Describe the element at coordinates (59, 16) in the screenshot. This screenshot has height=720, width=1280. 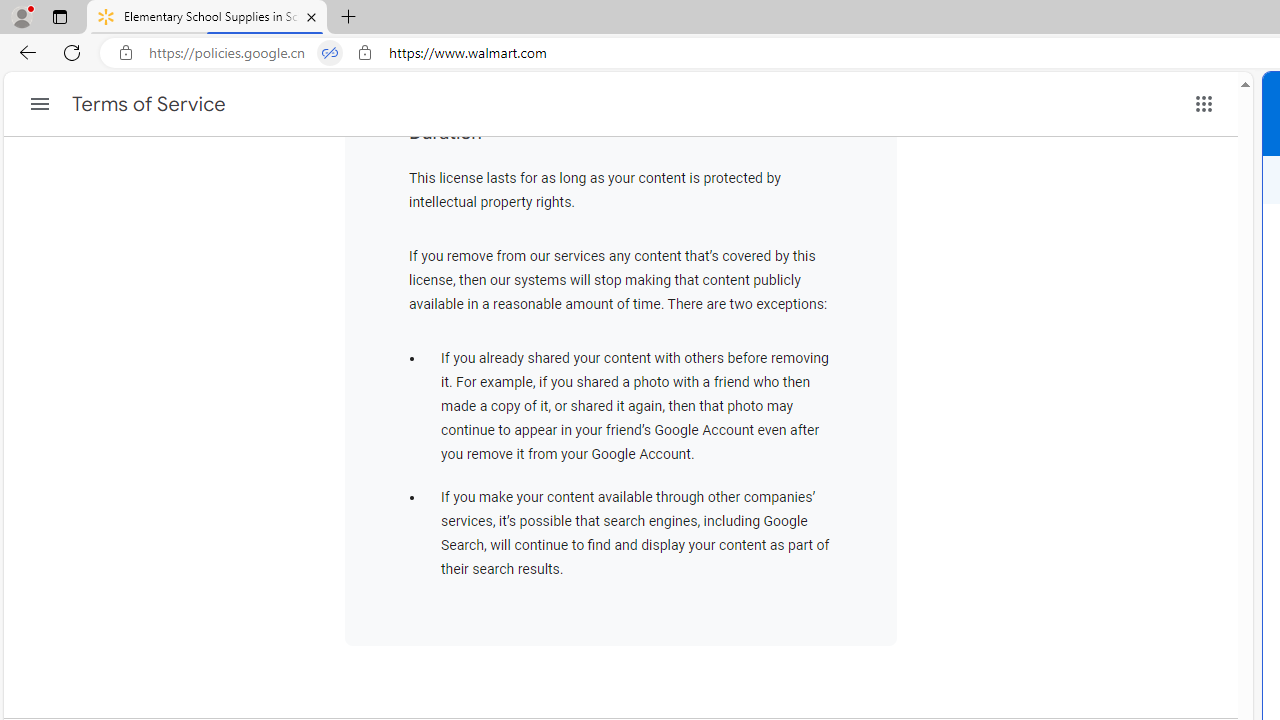
I see `'Tab actions menu'` at that location.